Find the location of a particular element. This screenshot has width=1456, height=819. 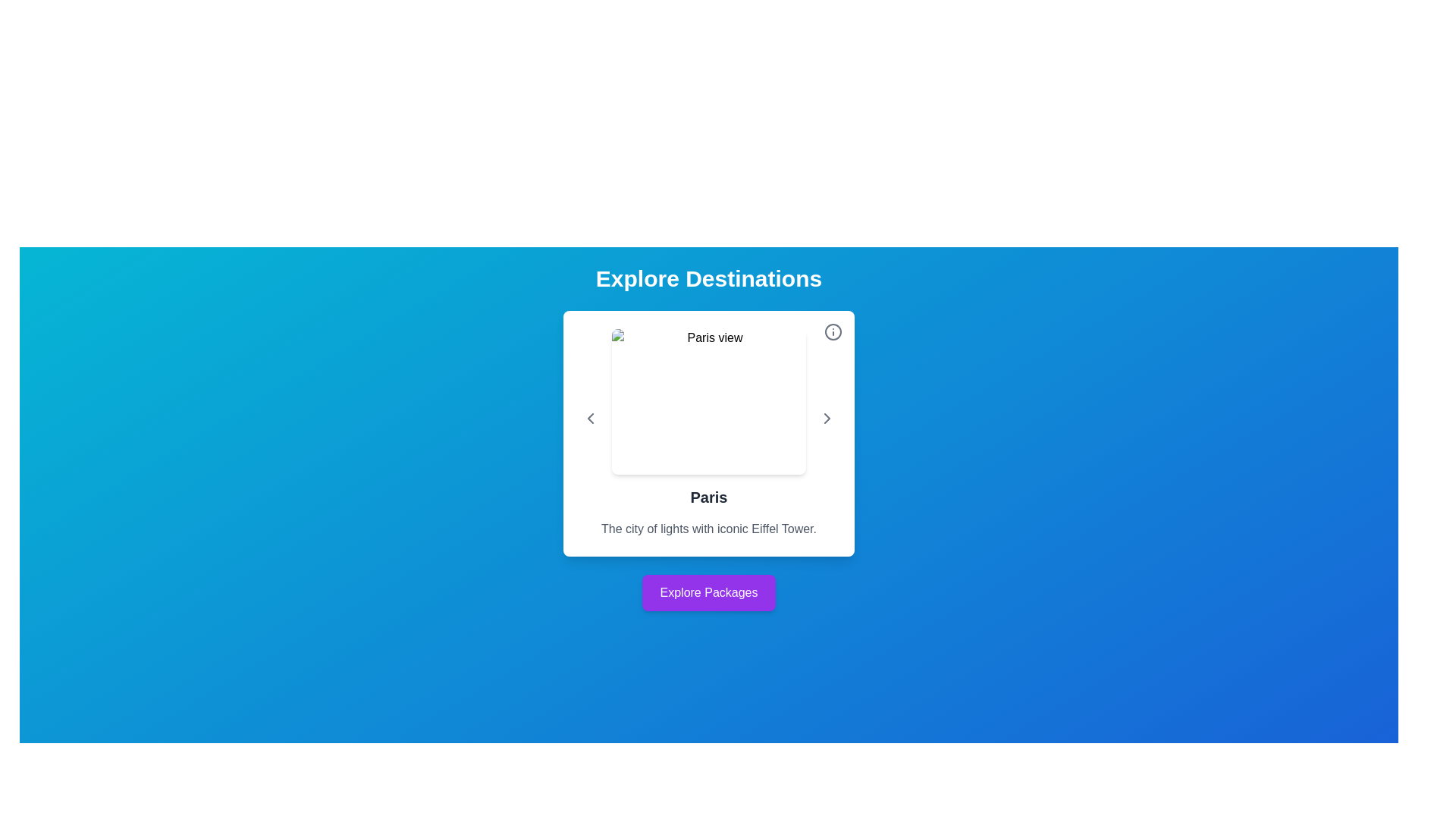

the image representing 'Paris' in the carousel layout is located at coordinates (708, 418).